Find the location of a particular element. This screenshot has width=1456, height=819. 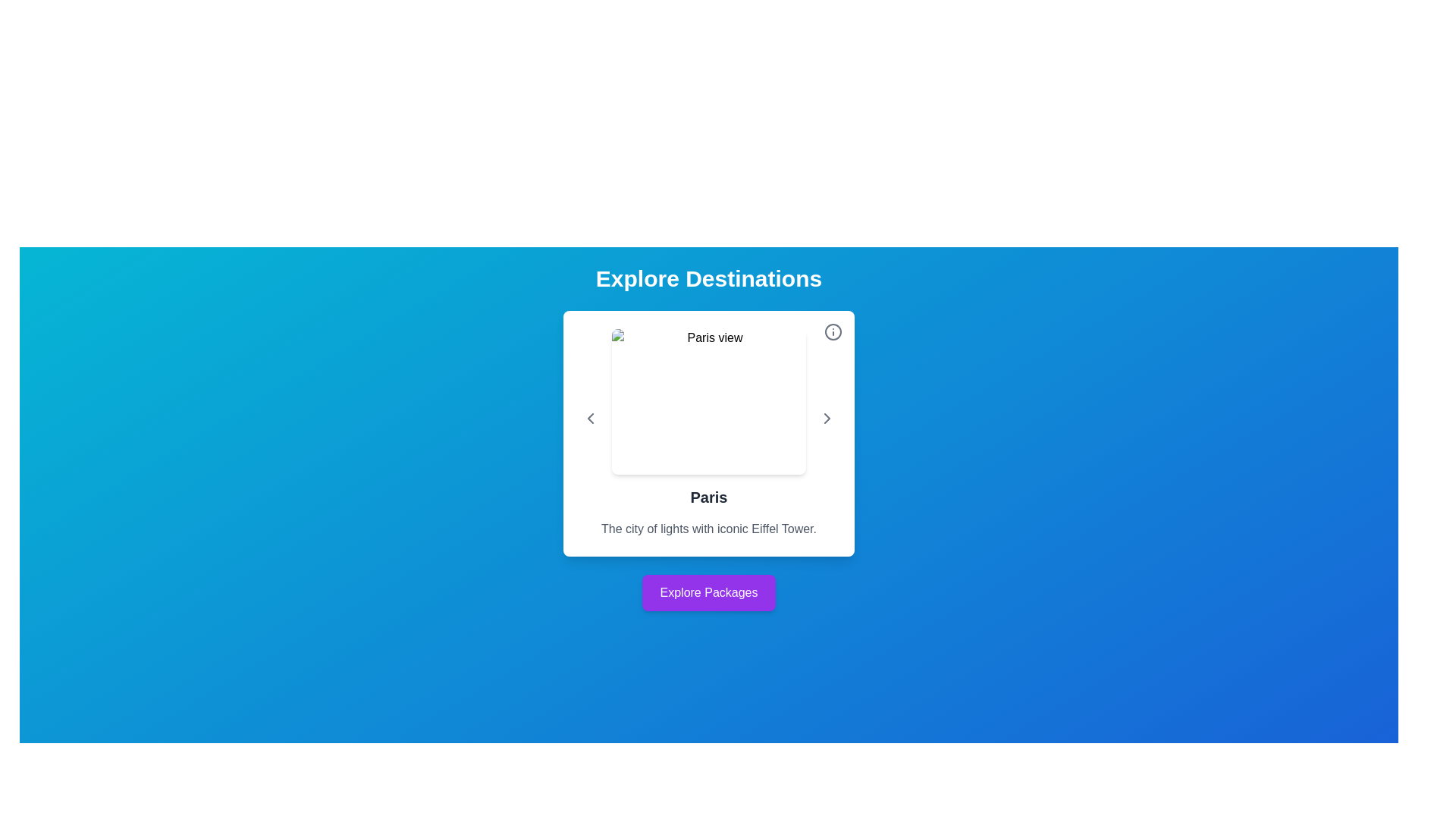

the image representing 'Paris' in the carousel layout is located at coordinates (708, 418).